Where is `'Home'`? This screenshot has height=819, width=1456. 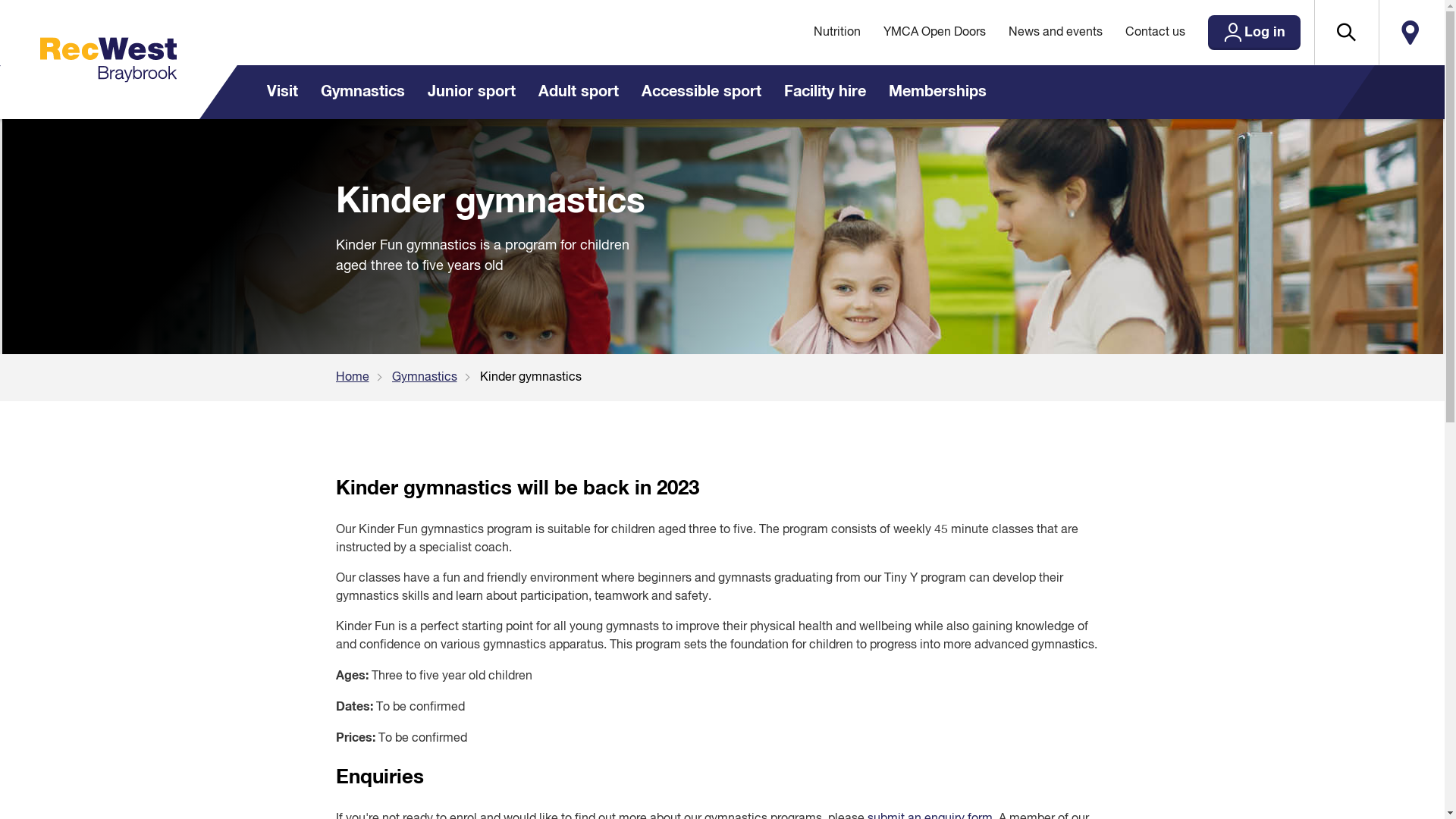 'Home' is located at coordinates (362, 376).